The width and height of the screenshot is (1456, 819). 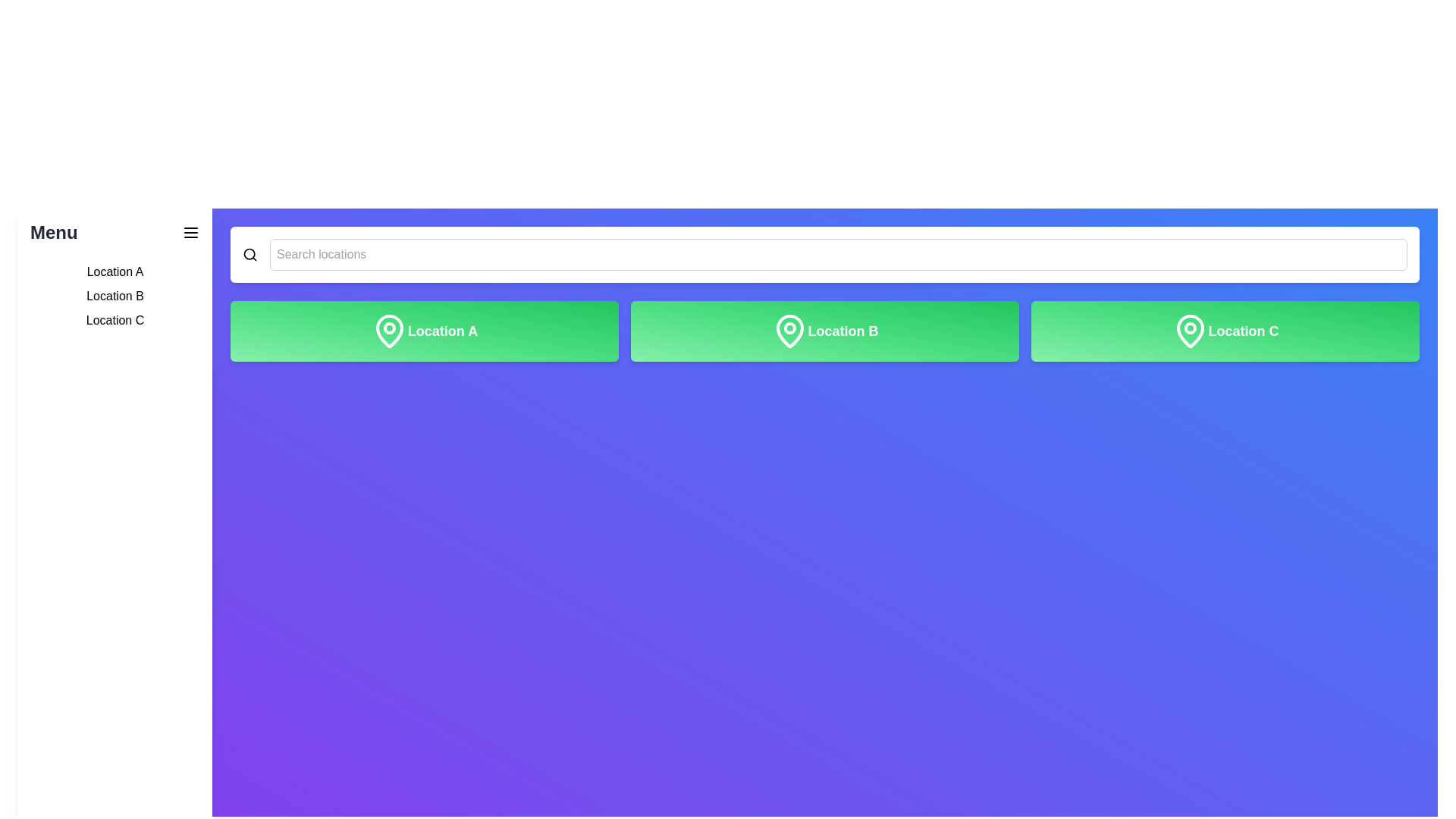 I want to click on the map pin icon located in the top-left region of the card labeled 'Location A', which features a circular outline and a gradient green background, so click(x=389, y=330).